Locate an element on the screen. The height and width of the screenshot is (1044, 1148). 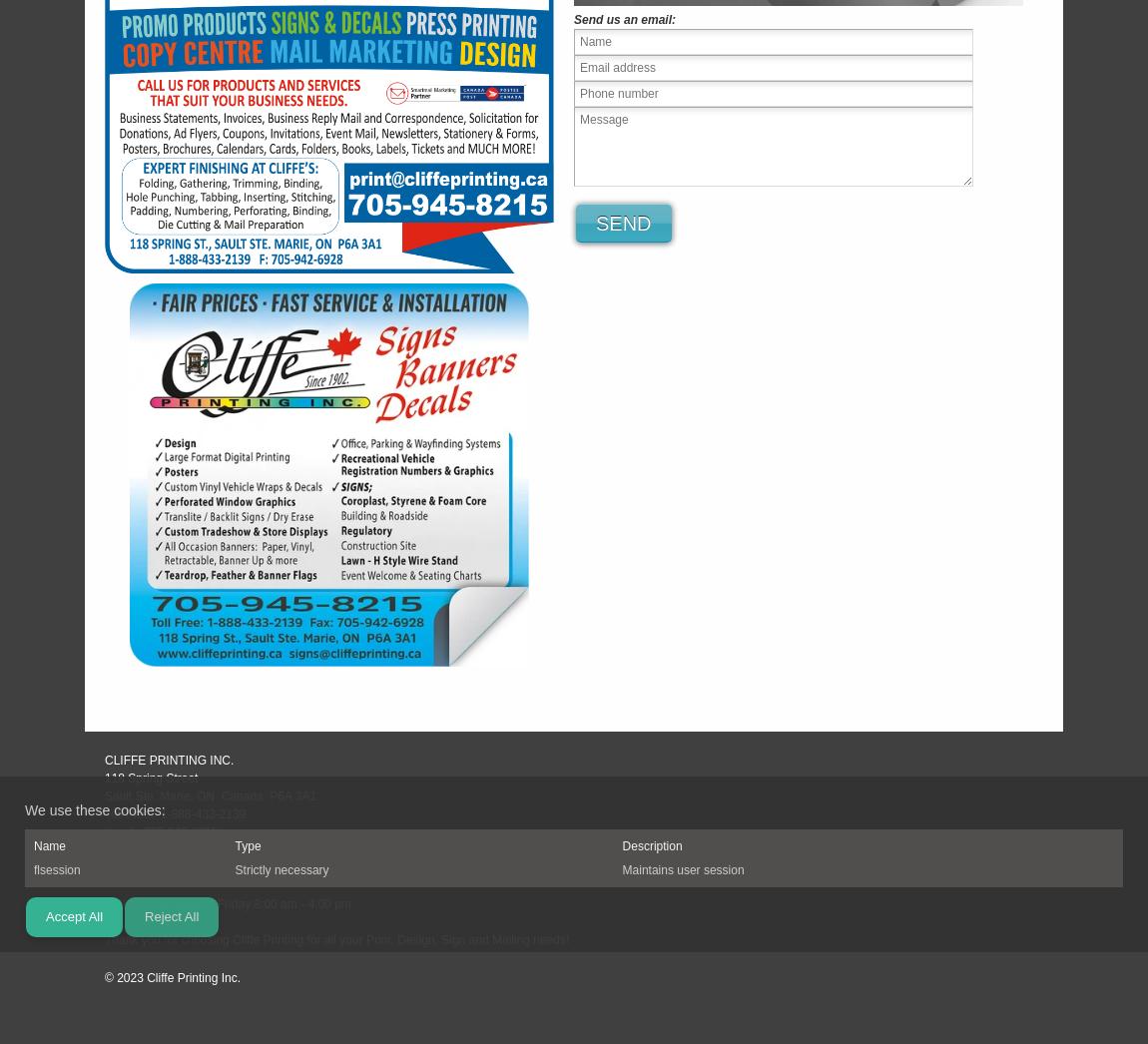
'SEND' is located at coordinates (622, 222).